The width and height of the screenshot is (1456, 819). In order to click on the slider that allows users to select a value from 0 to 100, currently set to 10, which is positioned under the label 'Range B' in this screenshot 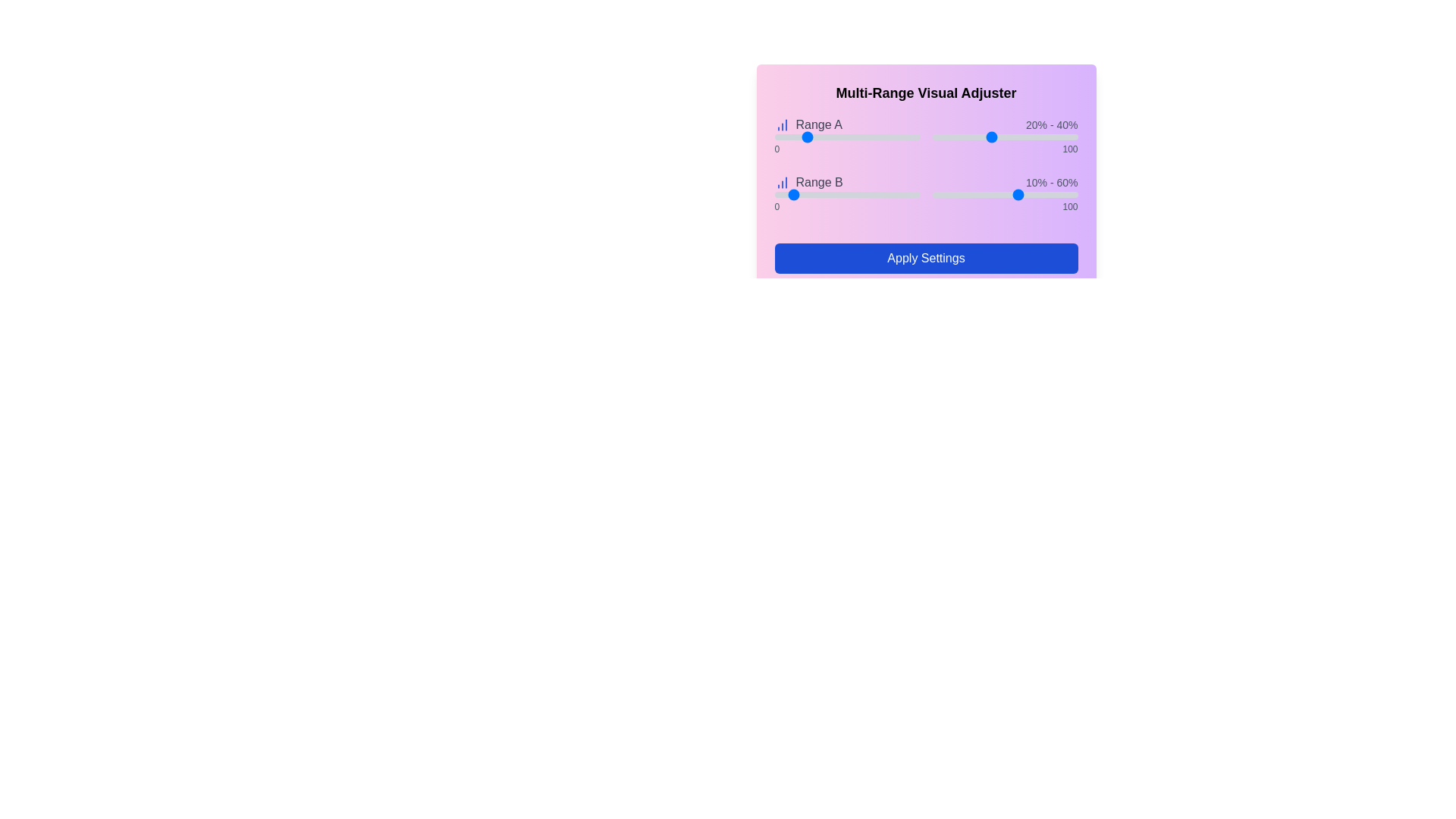, I will do `click(846, 194)`.